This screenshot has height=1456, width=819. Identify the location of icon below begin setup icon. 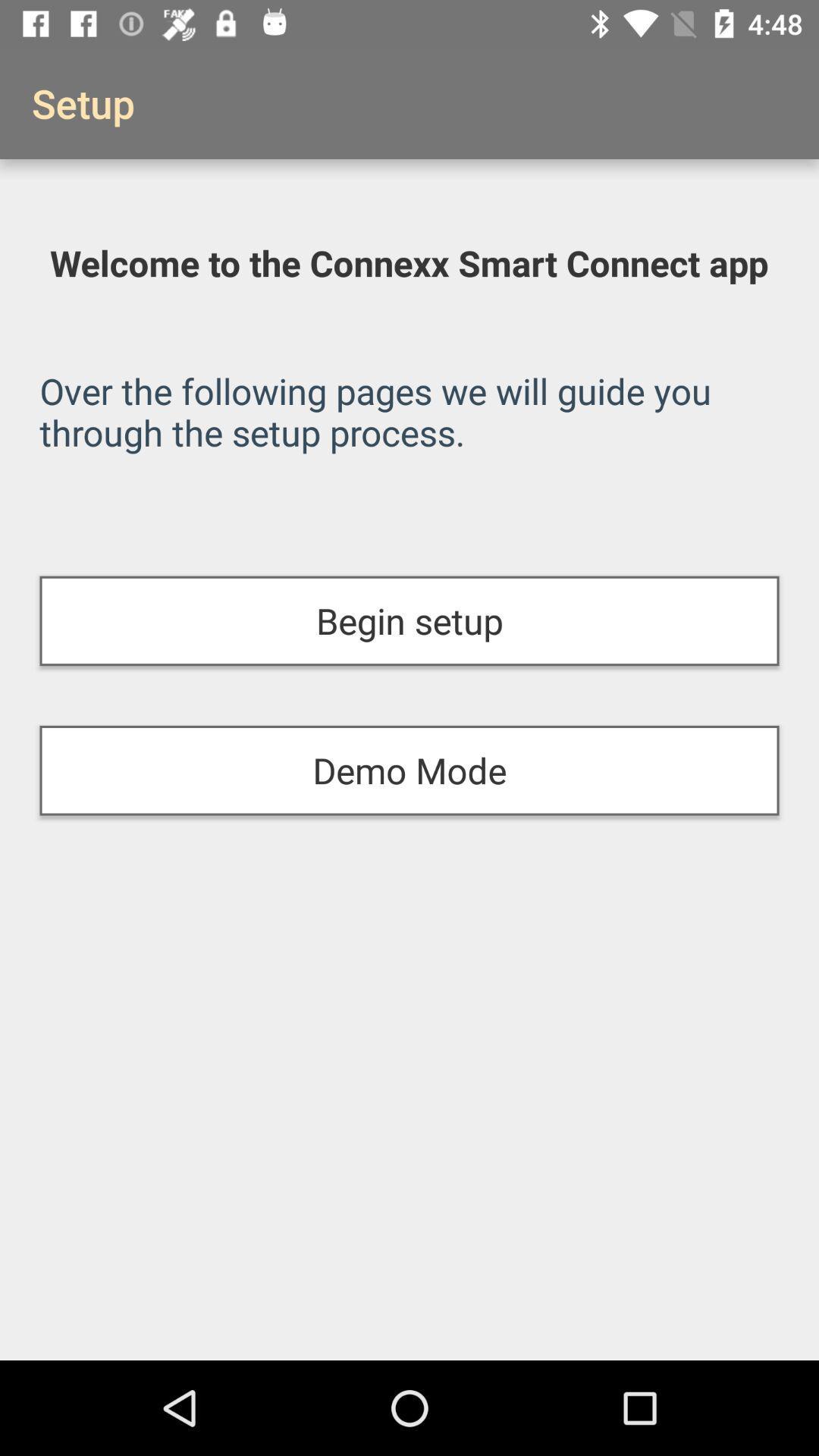
(409, 770).